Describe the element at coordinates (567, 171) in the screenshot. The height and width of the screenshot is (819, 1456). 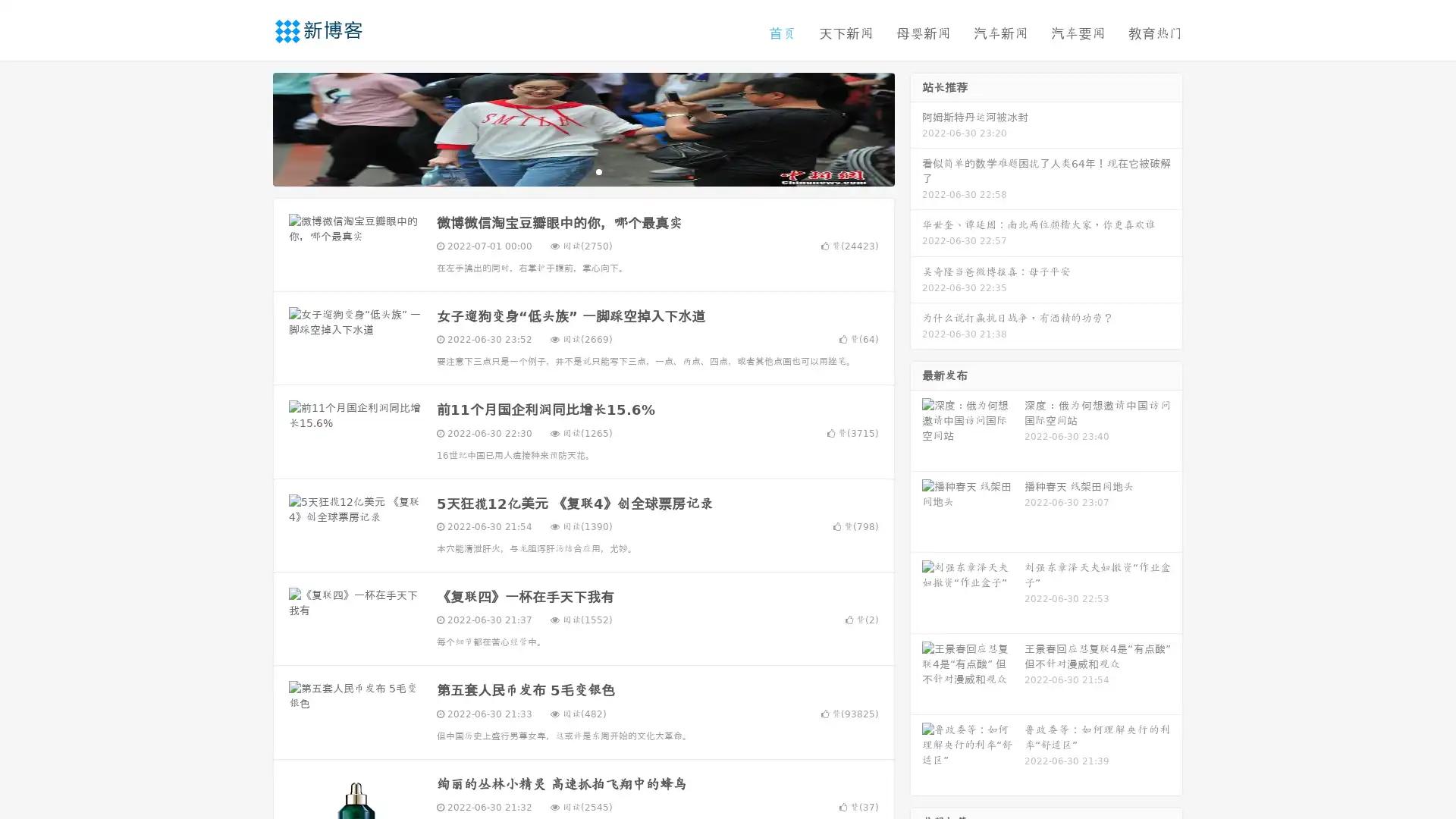
I see `Go to slide 1` at that location.